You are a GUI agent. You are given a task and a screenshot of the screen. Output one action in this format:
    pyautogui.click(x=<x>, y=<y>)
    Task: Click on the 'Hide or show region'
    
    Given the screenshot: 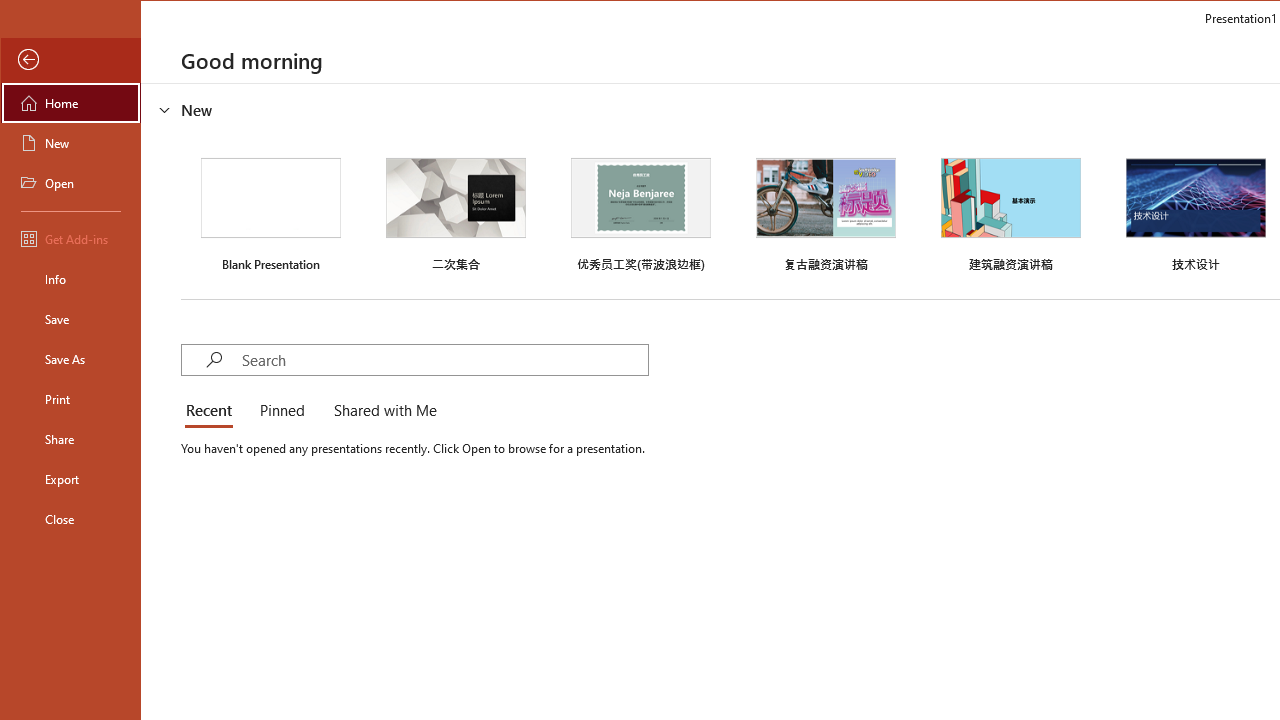 What is the action you would take?
    pyautogui.click(x=165, y=109)
    